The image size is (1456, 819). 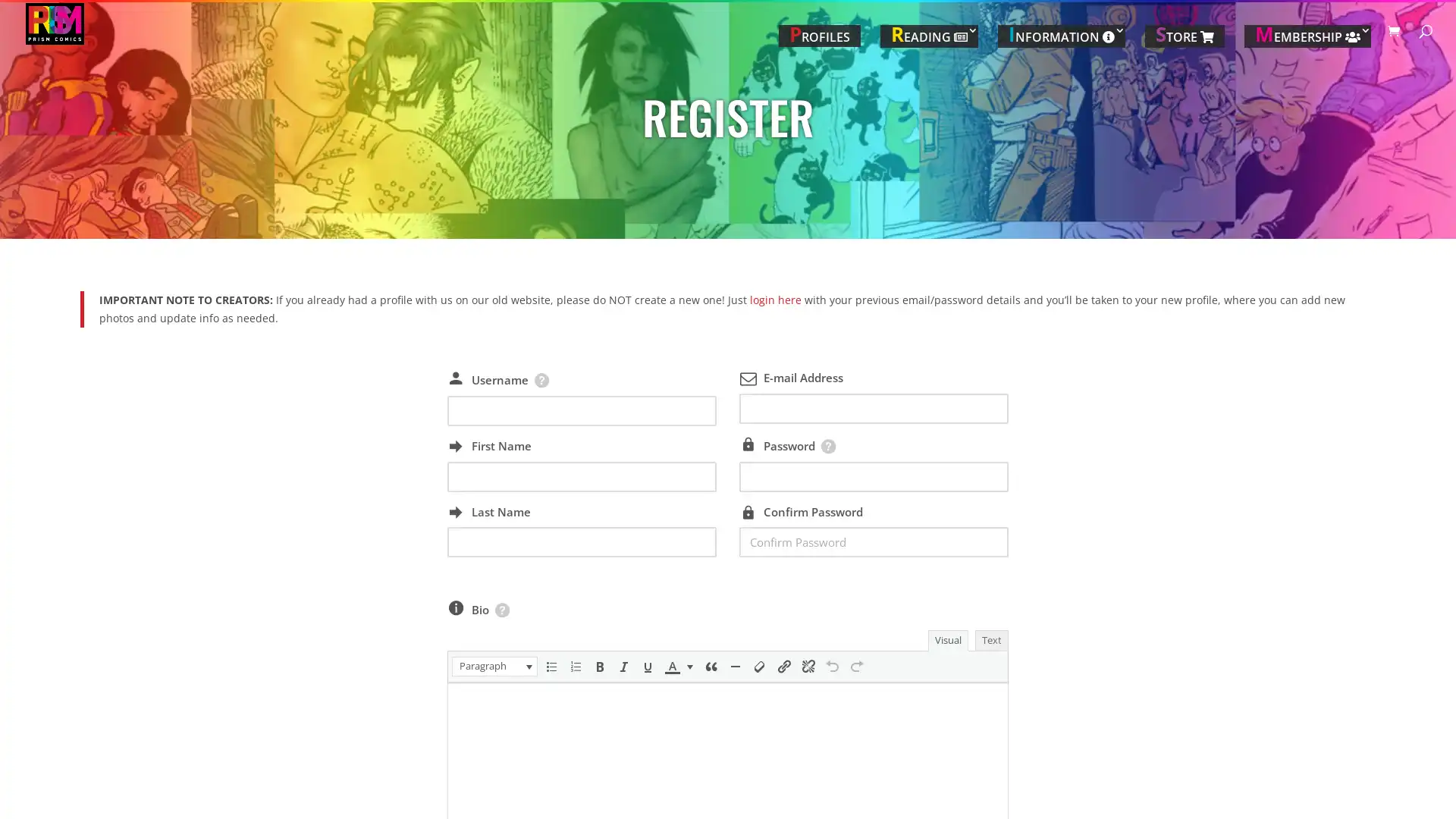 I want to click on Paragraph, so click(x=494, y=666).